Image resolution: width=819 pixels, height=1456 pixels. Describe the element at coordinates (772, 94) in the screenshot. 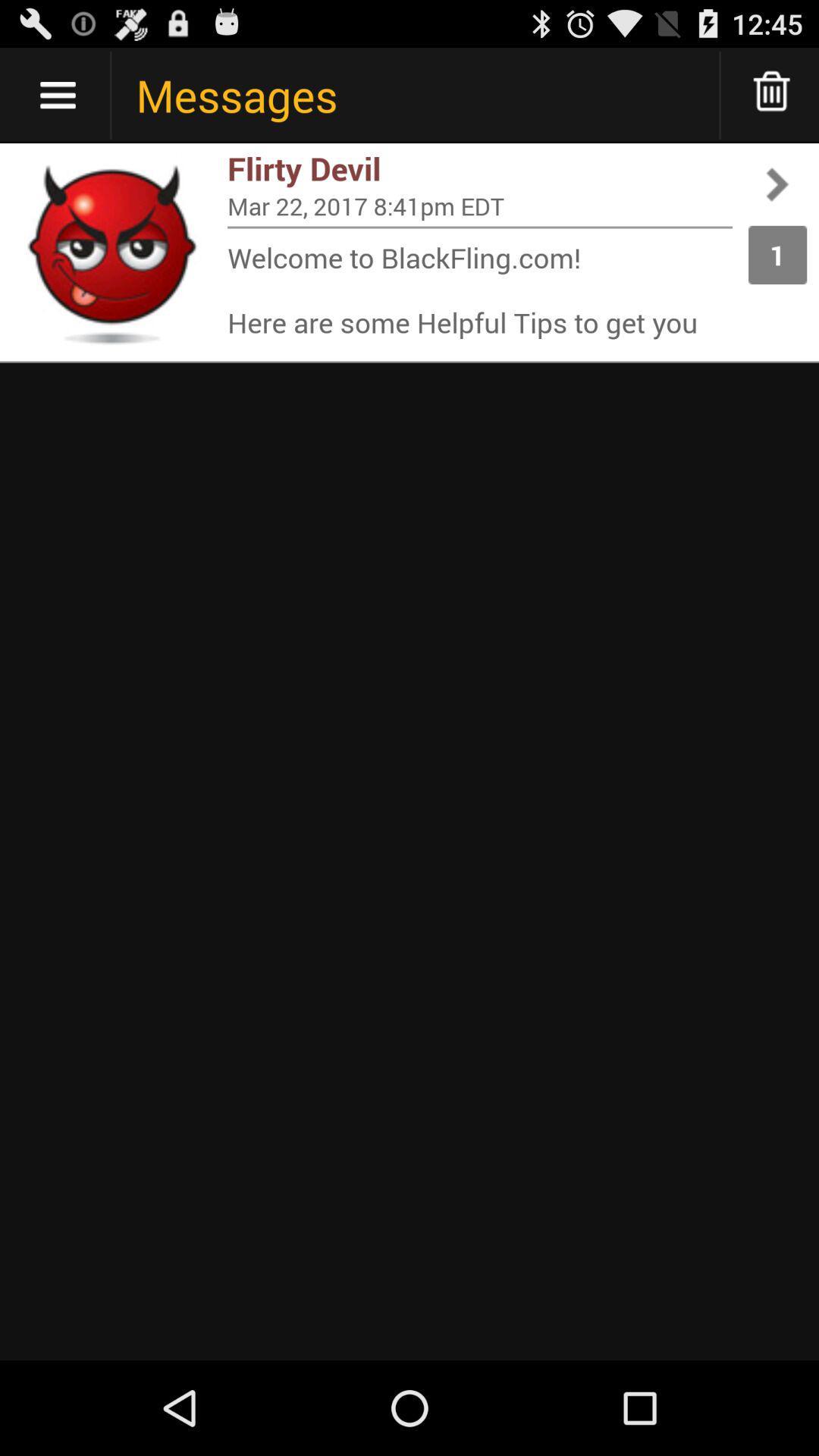

I see `the icon above the flirty devil item` at that location.